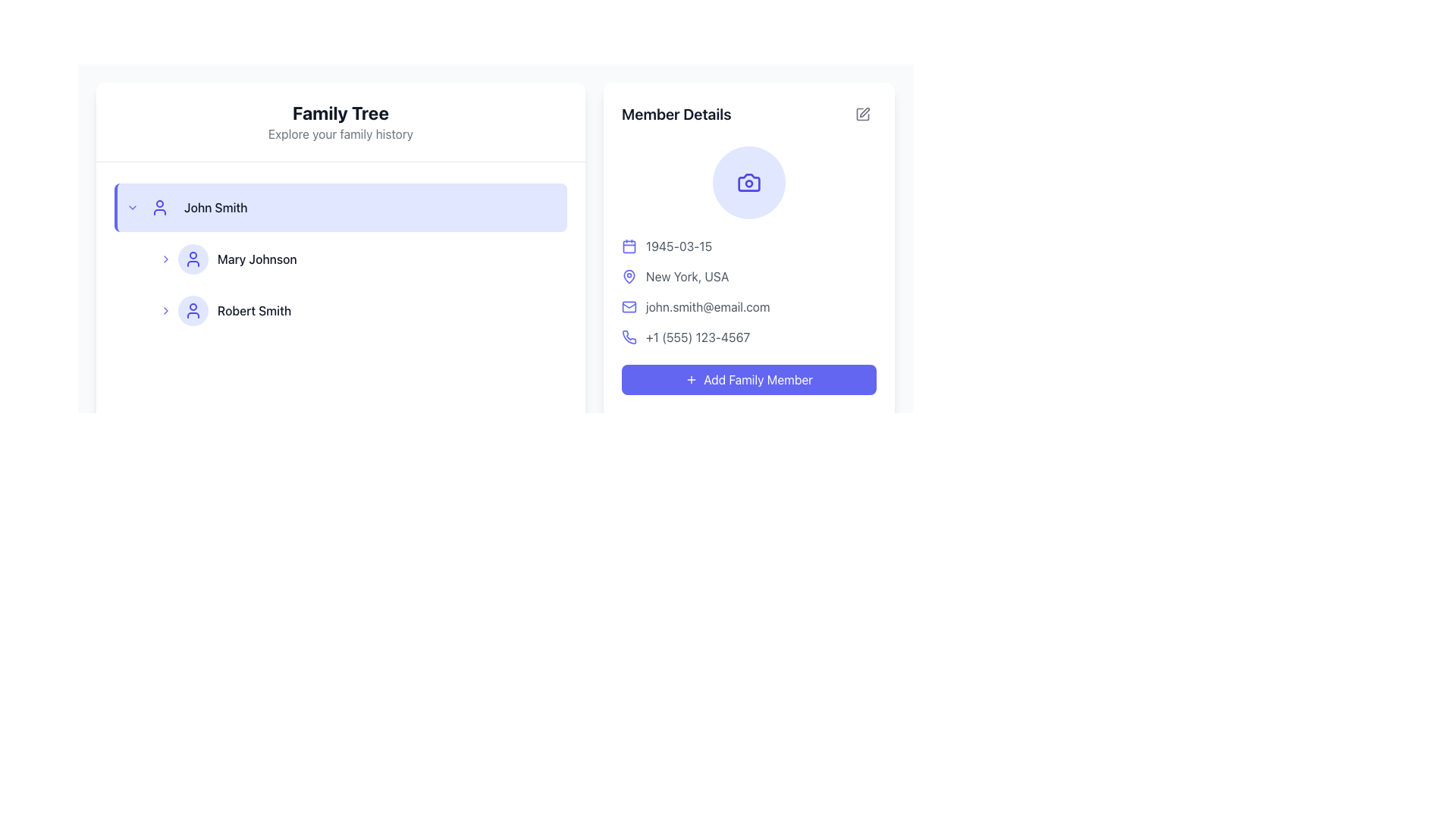 The width and height of the screenshot is (1456, 819). What do you see at coordinates (160, 207) in the screenshot?
I see `the indigo user icon representing 'John Smith' in the 'Family Tree' sidebar list` at bounding box center [160, 207].